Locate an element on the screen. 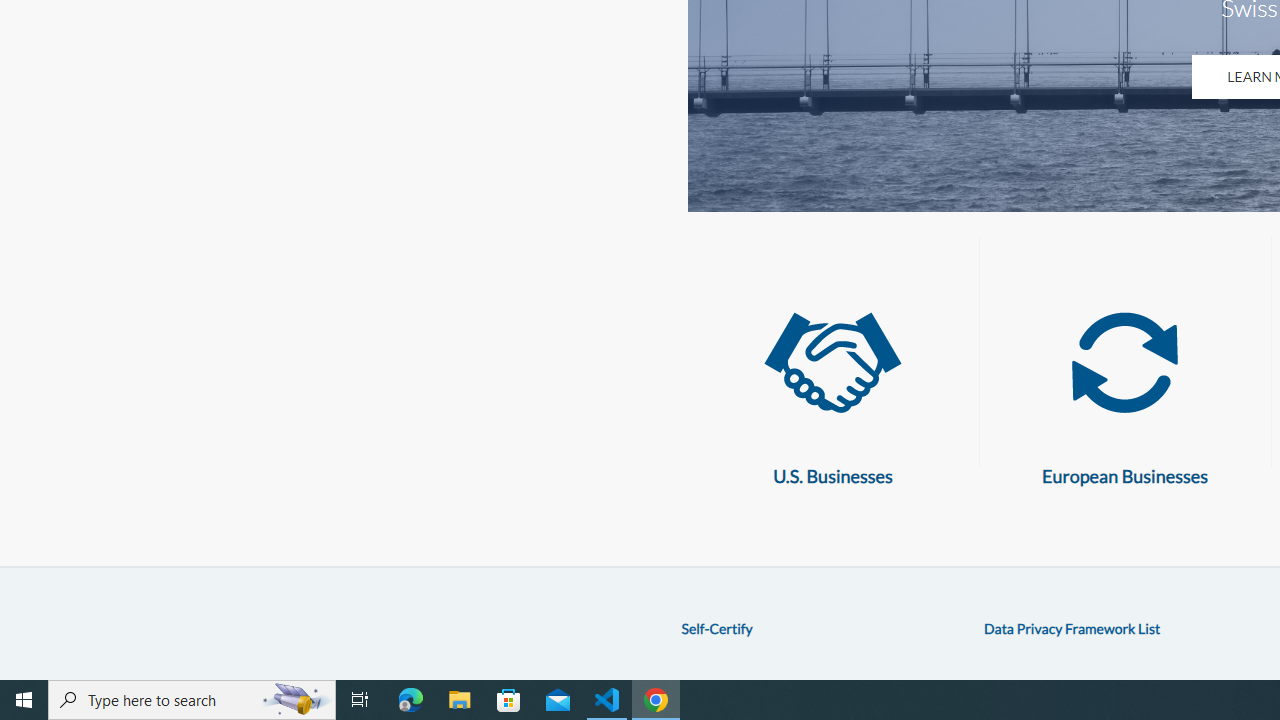 This screenshot has height=720, width=1280. 'U.S. Businesses' is located at coordinates (832, 363).